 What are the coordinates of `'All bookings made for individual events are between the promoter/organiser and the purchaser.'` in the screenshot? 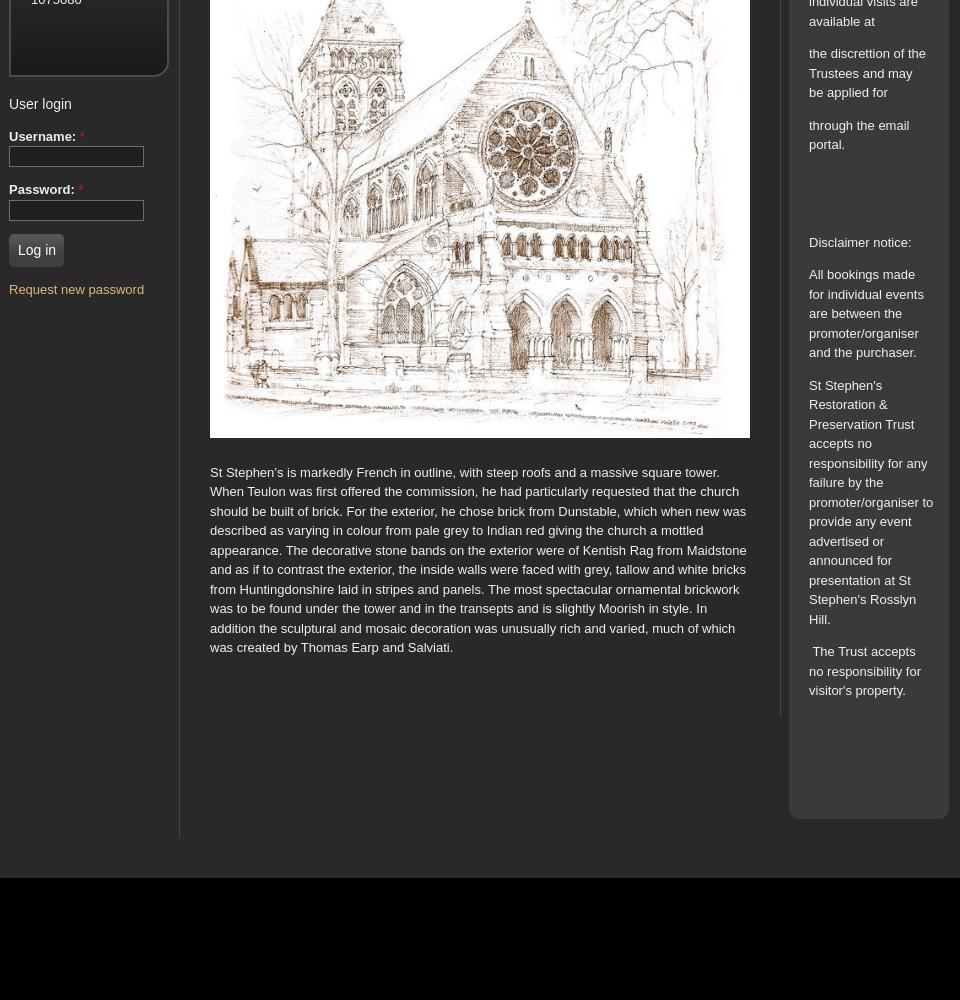 It's located at (808, 312).